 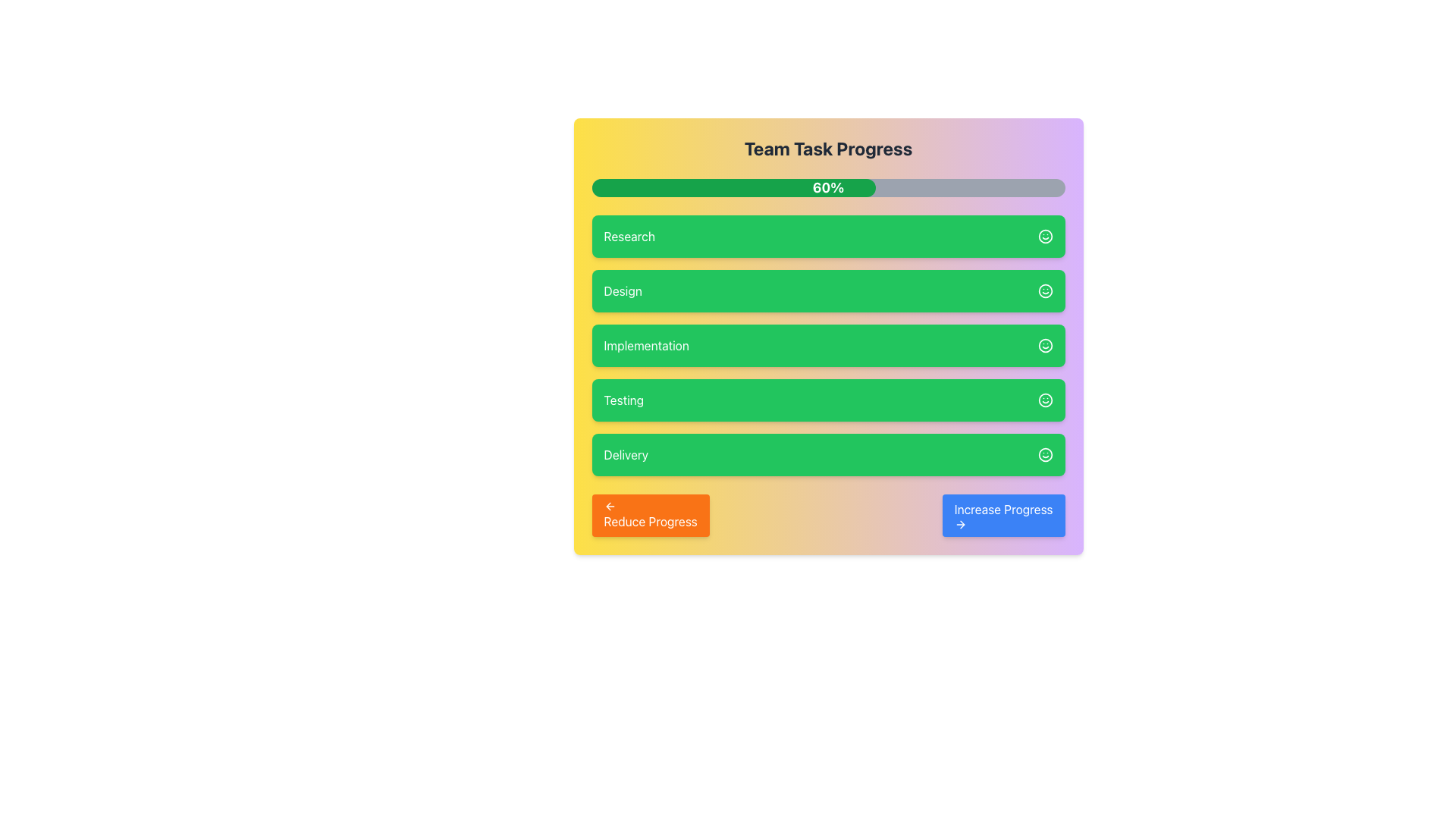 What do you see at coordinates (1044, 291) in the screenshot?
I see `the circular vector graphic representing the smiley face icon, which is located at the right end of the 'Design' button` at bounding box center [1044, 291].